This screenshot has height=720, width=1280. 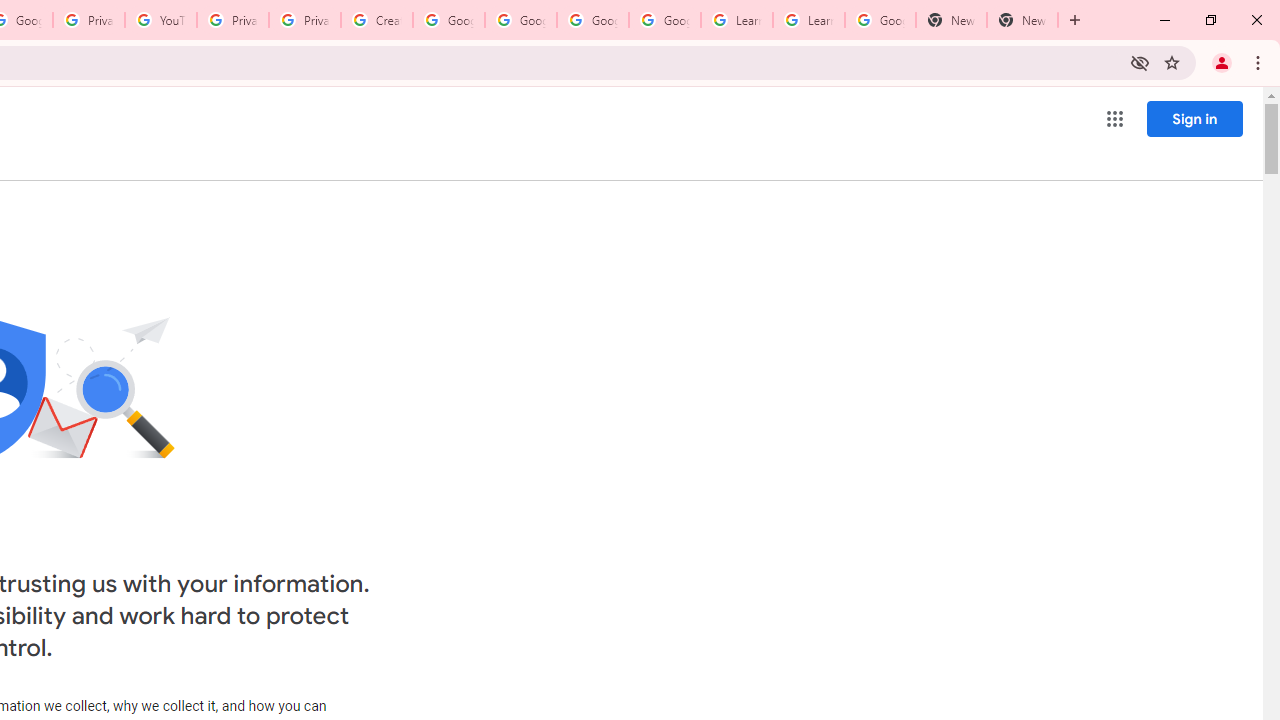 What do you see at coordinates (376, 20) in the screenshot?
I see `'Create your Google Account'` at bounding box center [376, 20].